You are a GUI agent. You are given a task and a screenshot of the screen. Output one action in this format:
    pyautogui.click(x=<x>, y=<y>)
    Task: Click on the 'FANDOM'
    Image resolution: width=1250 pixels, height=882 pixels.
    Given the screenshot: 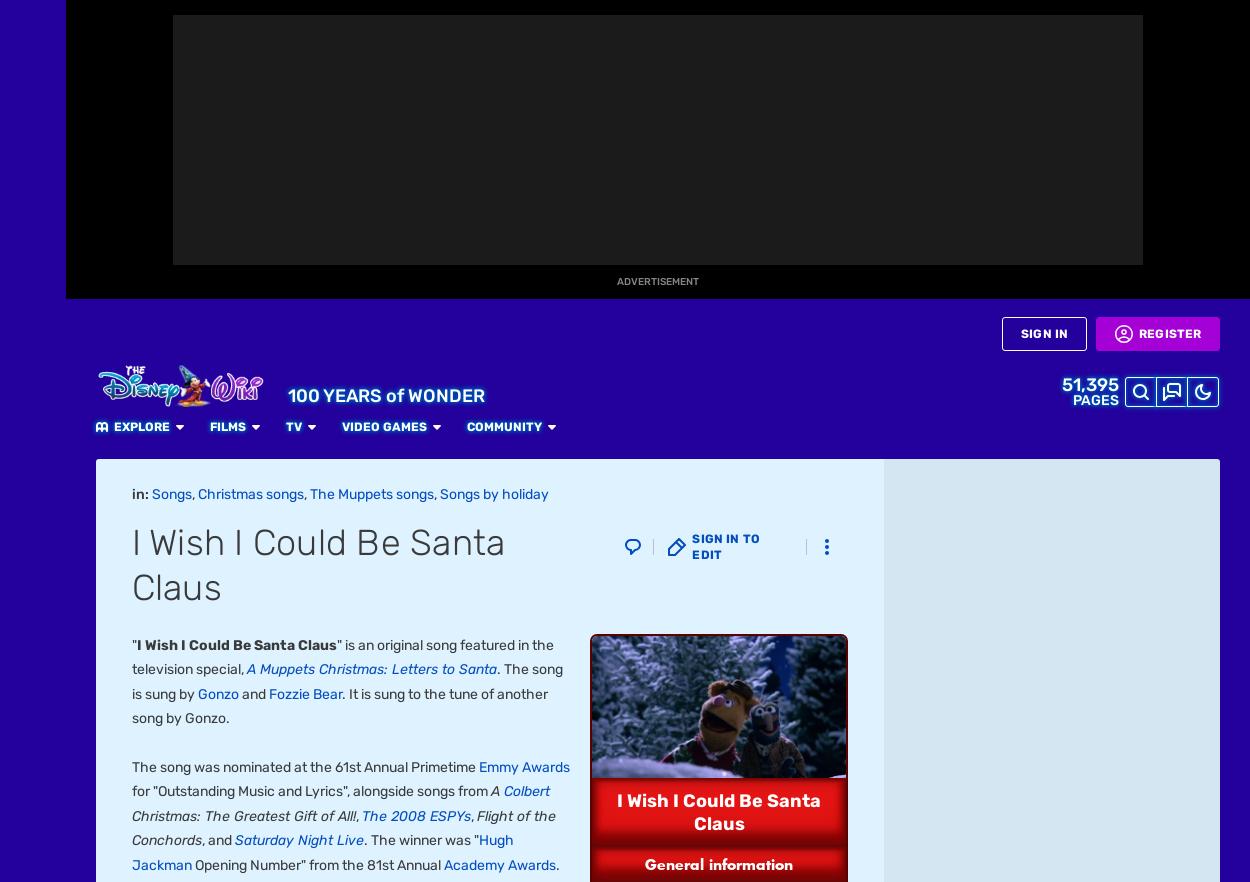 What is the action you would take?
    pyautogui.click(x=33, y=67)
    